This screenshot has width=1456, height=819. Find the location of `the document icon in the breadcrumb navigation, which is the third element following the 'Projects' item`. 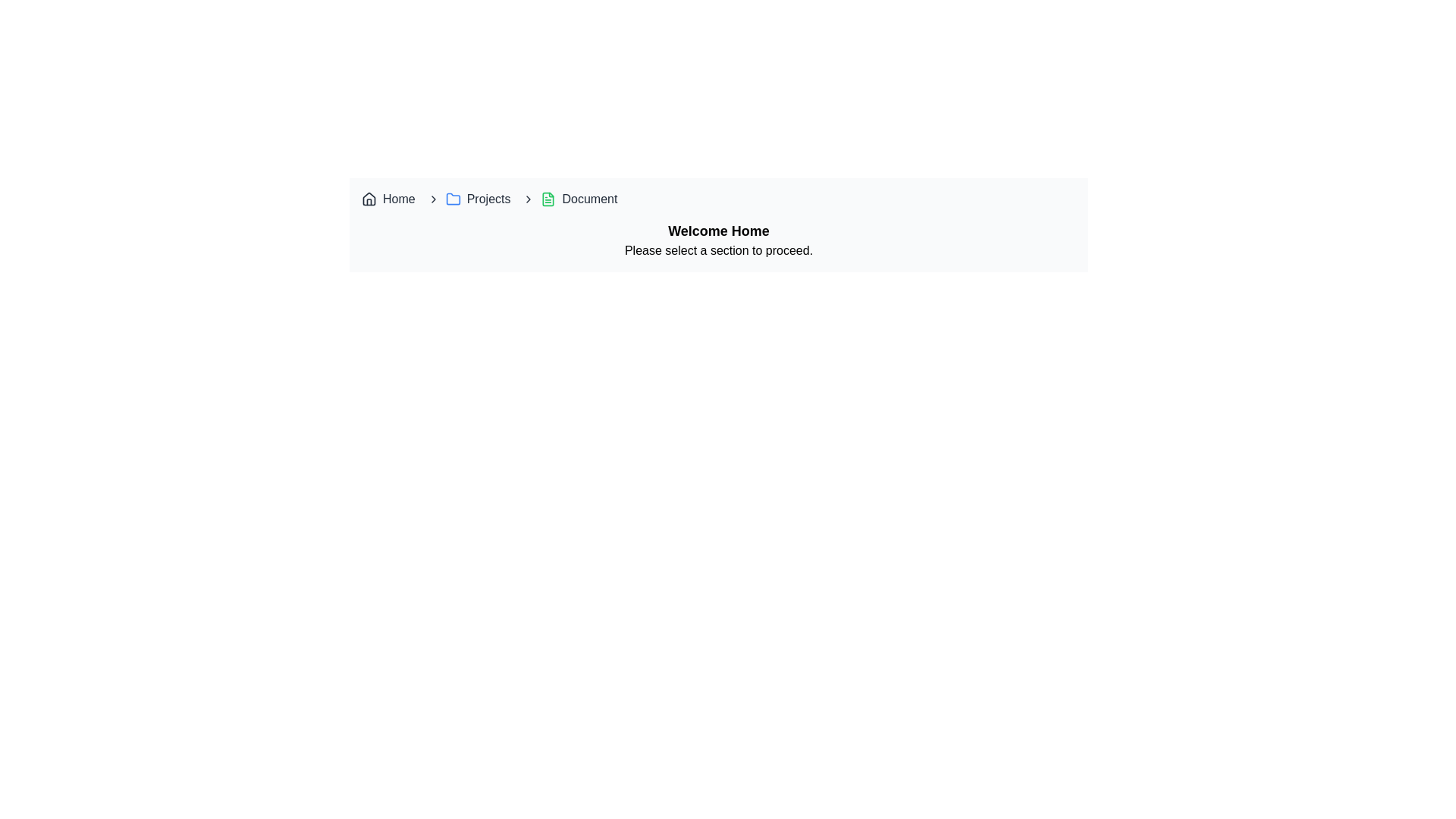

the document icon in the breadcrumb navigation, which is the third element following the 'Projects' item is located at coordinates (548, 198).